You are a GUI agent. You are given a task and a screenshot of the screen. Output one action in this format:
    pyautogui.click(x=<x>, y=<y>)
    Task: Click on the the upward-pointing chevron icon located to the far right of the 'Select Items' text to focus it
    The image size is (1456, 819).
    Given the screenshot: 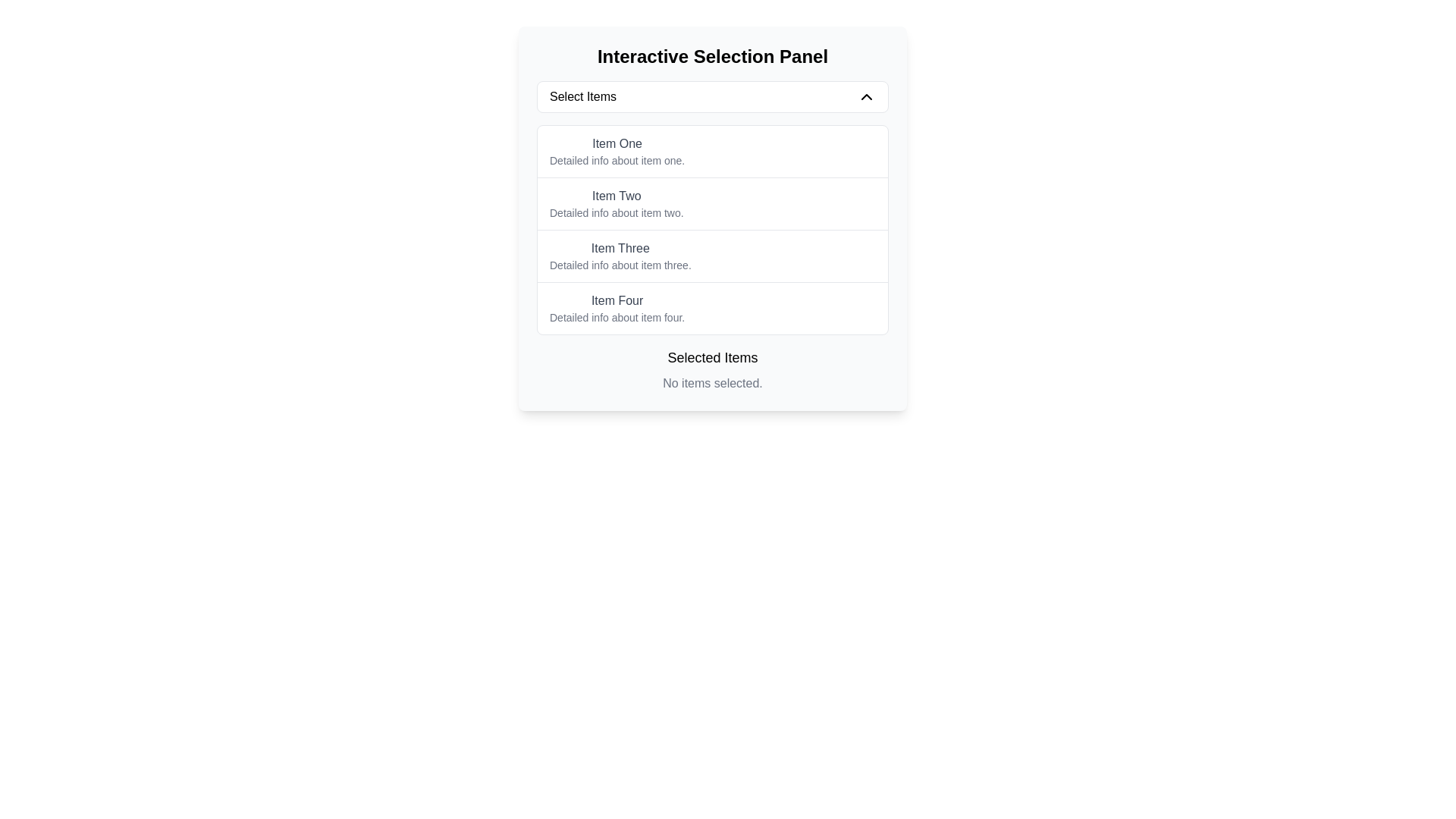 What is the action you would take?
    pyautogui.click(x=866, y=96)
    